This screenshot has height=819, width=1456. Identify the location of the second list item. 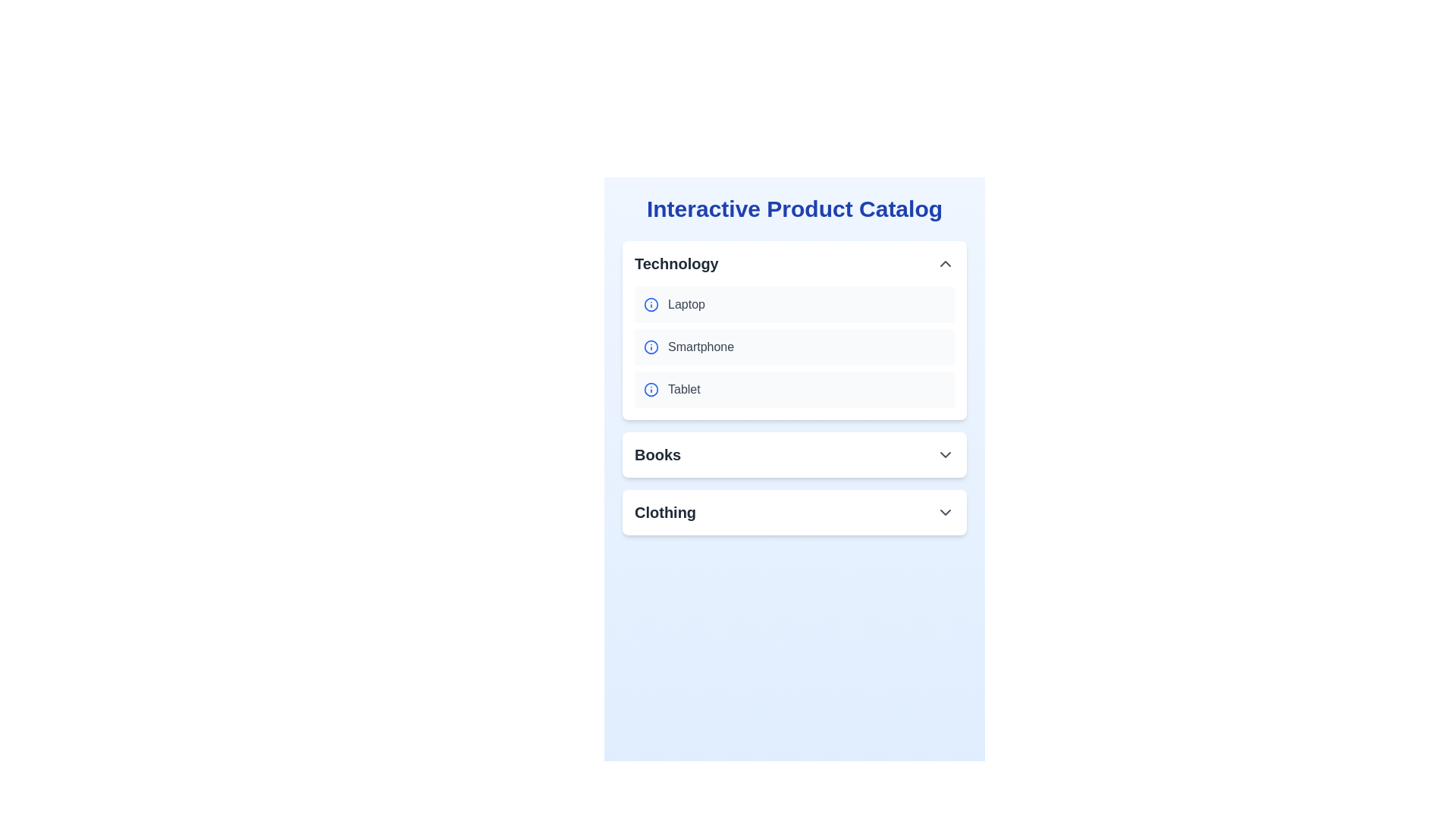
(793, 347).